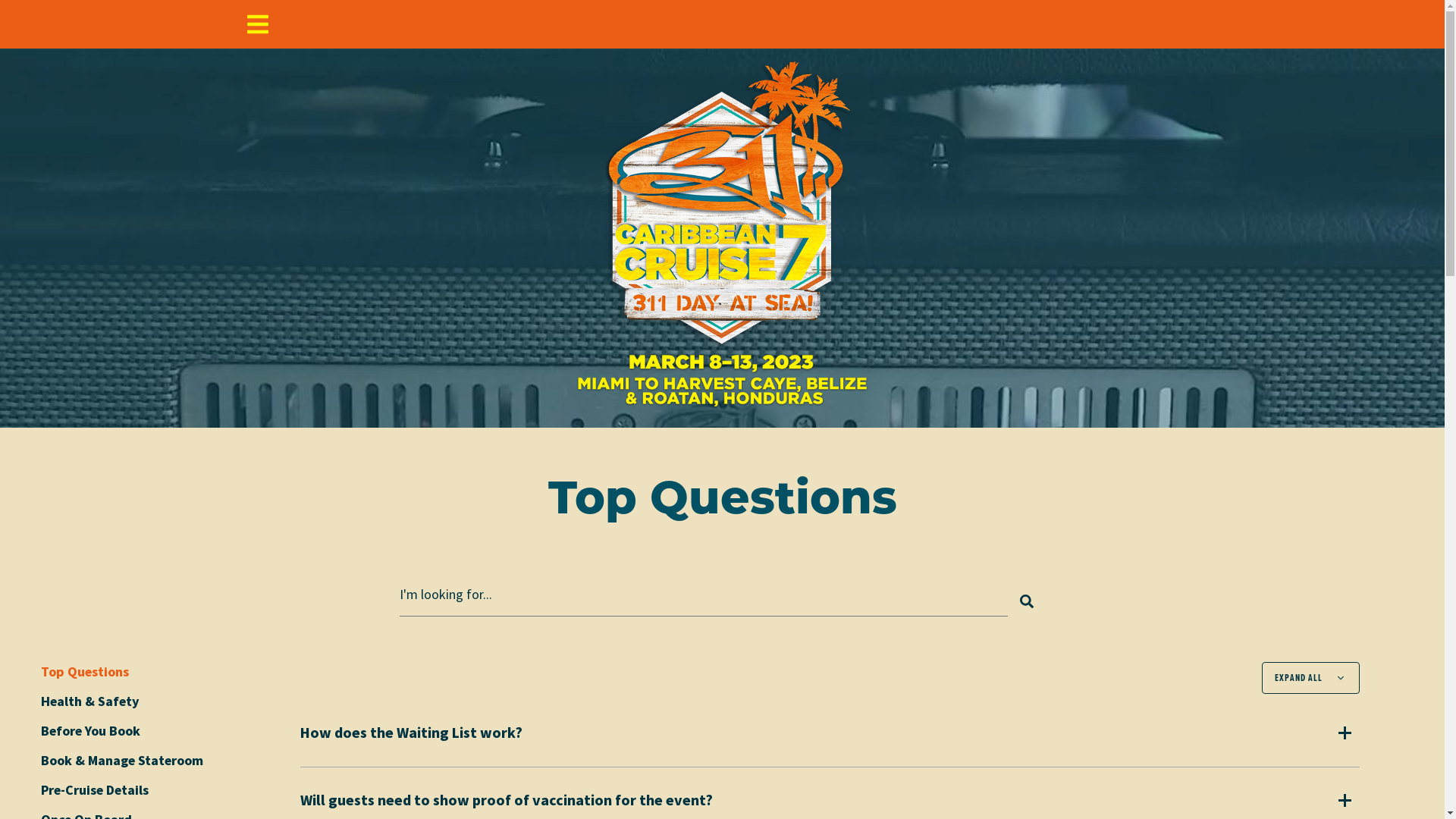 This screenshot has width=1456, height=819. I want to click on 'How does the Waiting List work?', so click(300, 731).